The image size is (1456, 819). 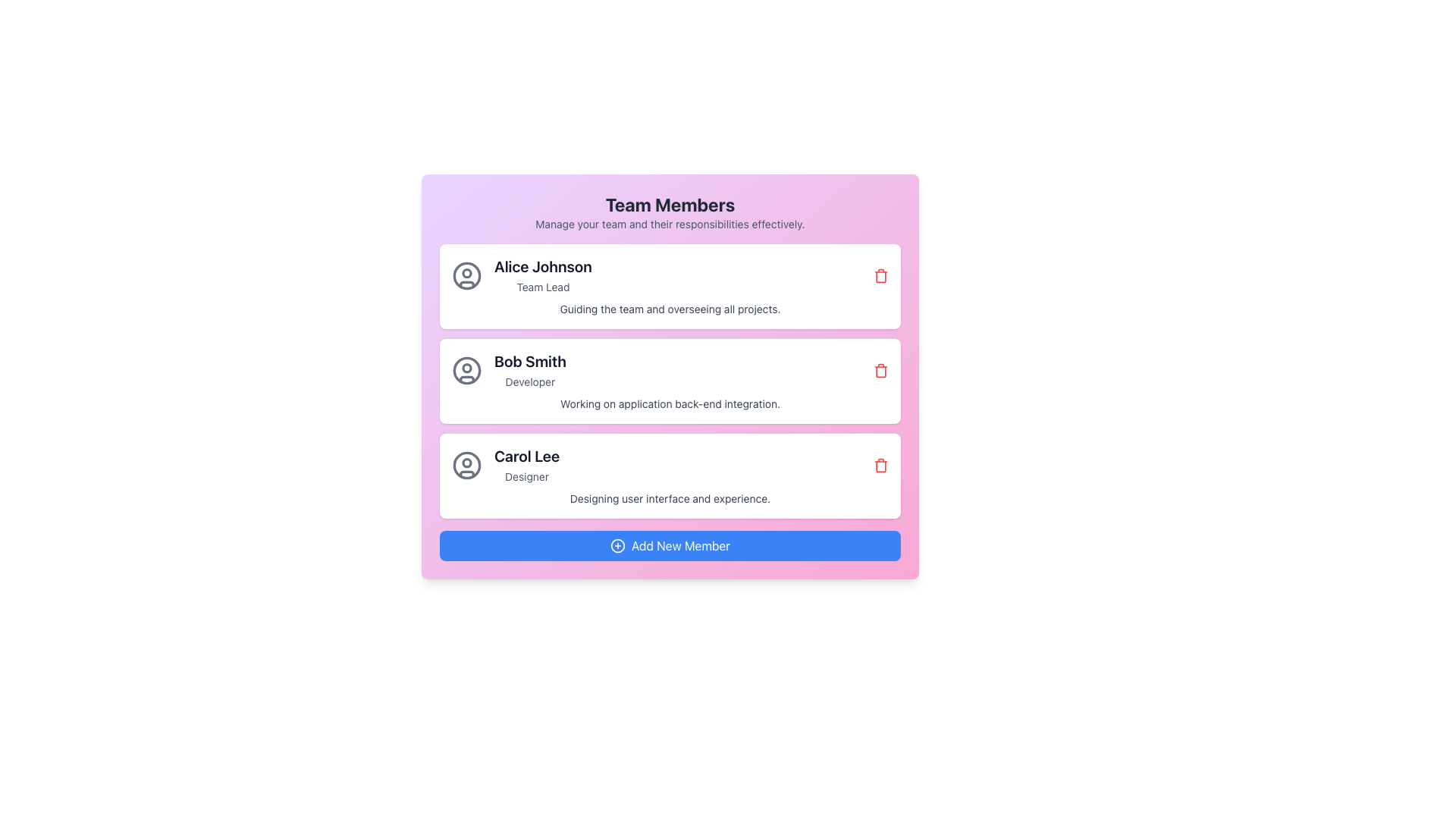 I want to click on text content displaying 'Guiding the team and overseeing all projects.' which is styled in gray and located within the card for 'Alice Johnson', below her title 'Team Lead', so click(x=669, y=309).